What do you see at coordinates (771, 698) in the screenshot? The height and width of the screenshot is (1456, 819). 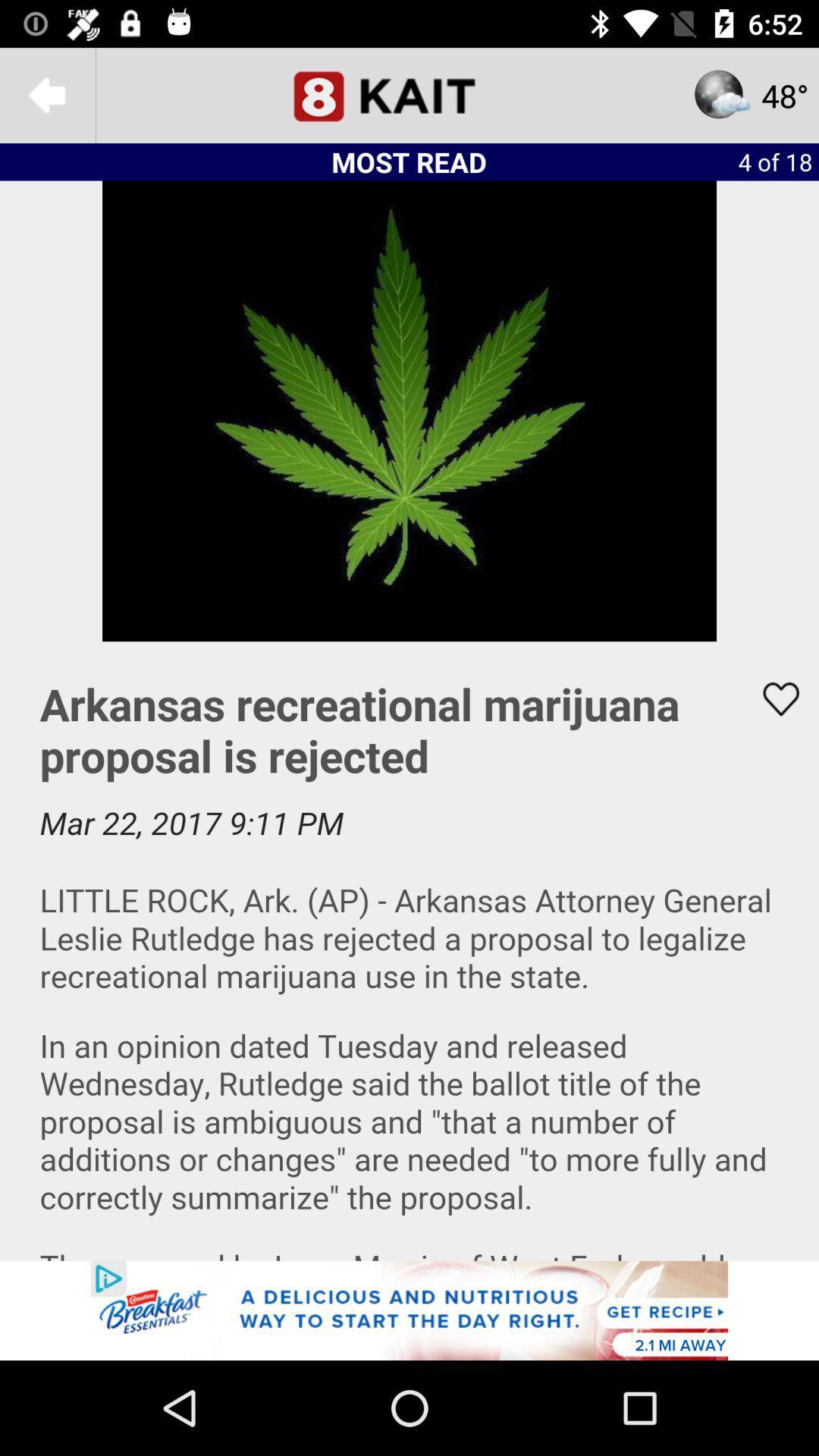 I see `the favorite icon` at bounding box center [771, 698].